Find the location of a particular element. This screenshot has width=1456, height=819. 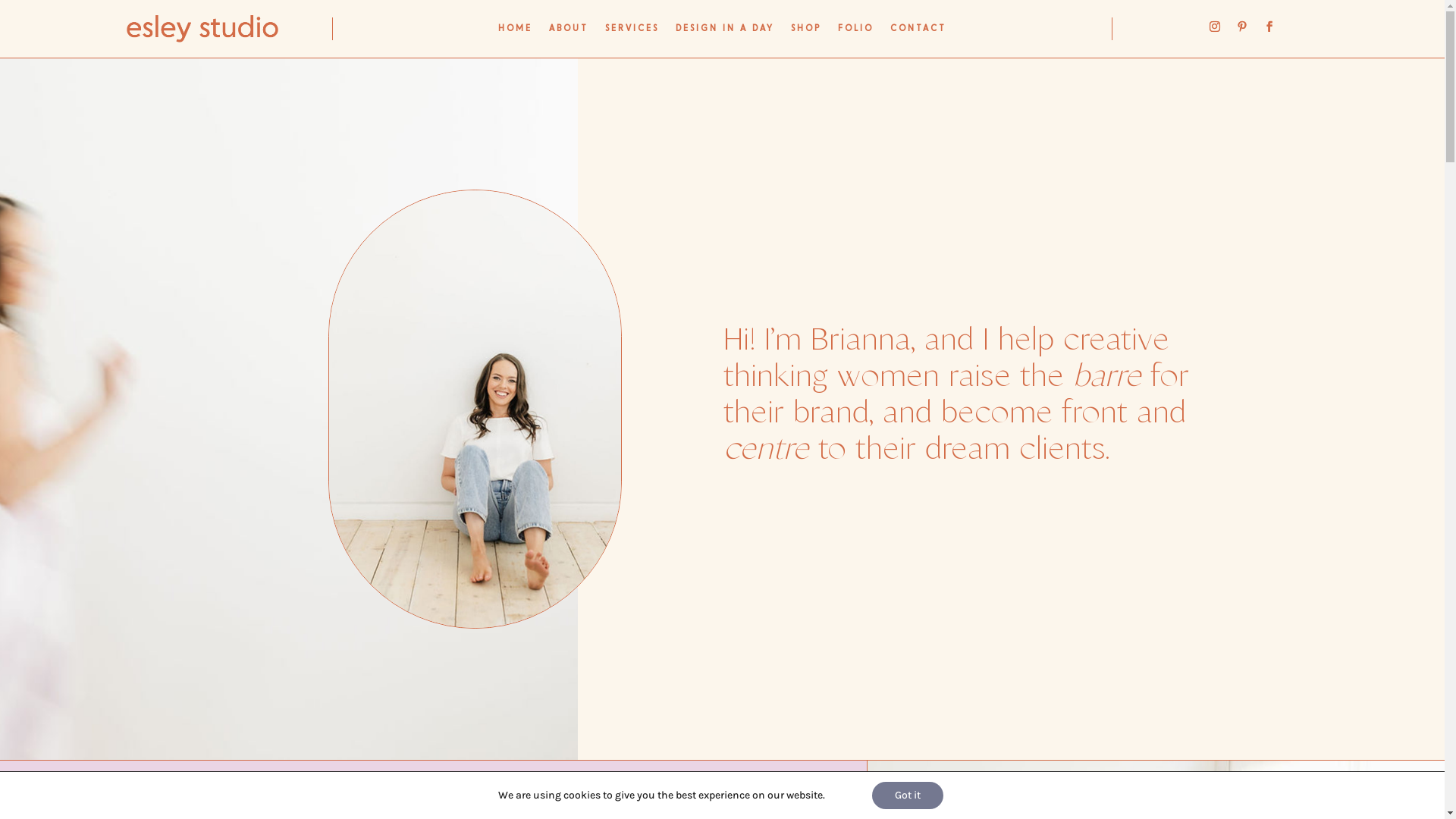

'HOME' is located at coordinates (515, 32).